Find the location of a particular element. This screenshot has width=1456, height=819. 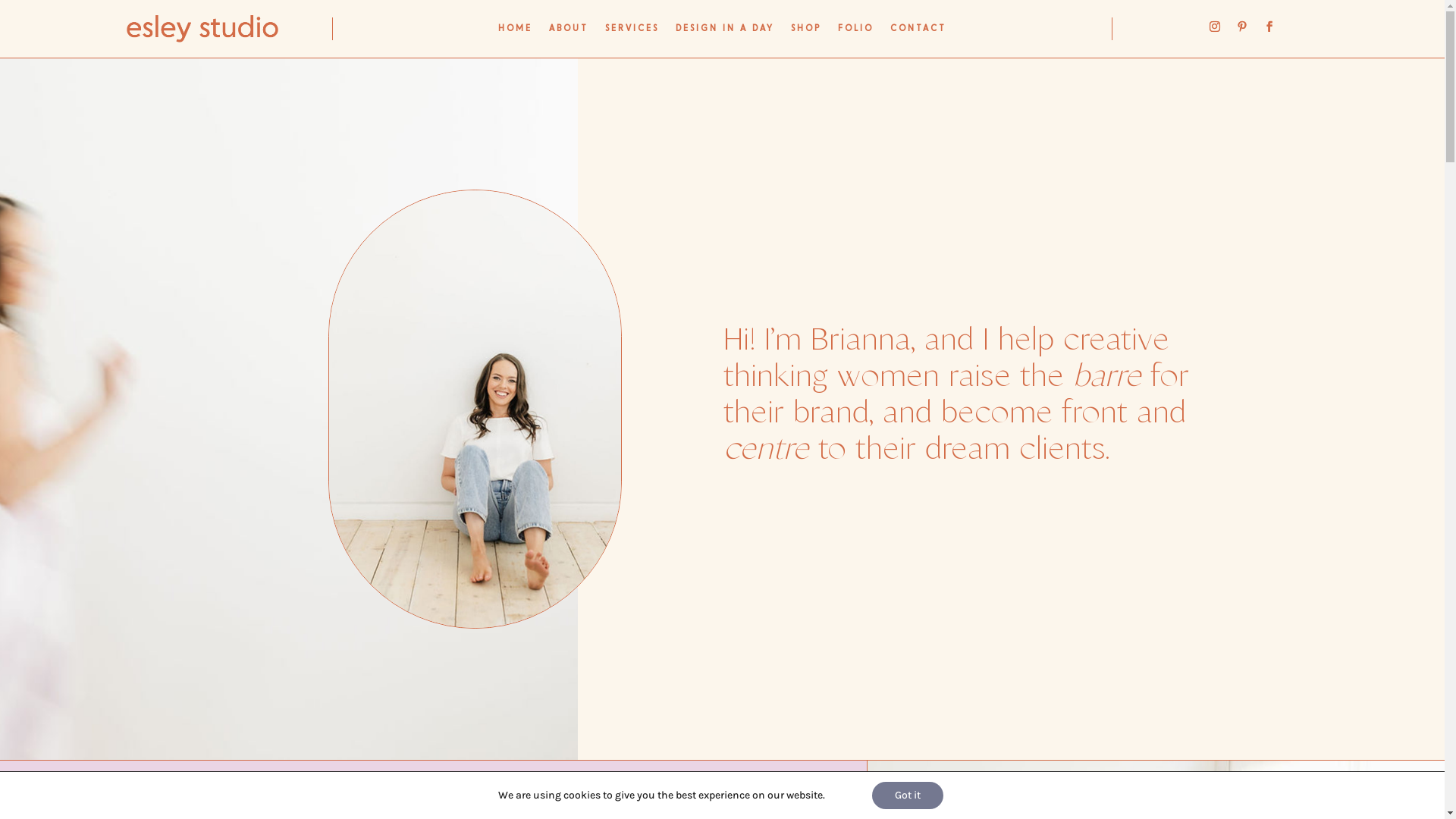

'HOME' is located at coordinates (515, 32).